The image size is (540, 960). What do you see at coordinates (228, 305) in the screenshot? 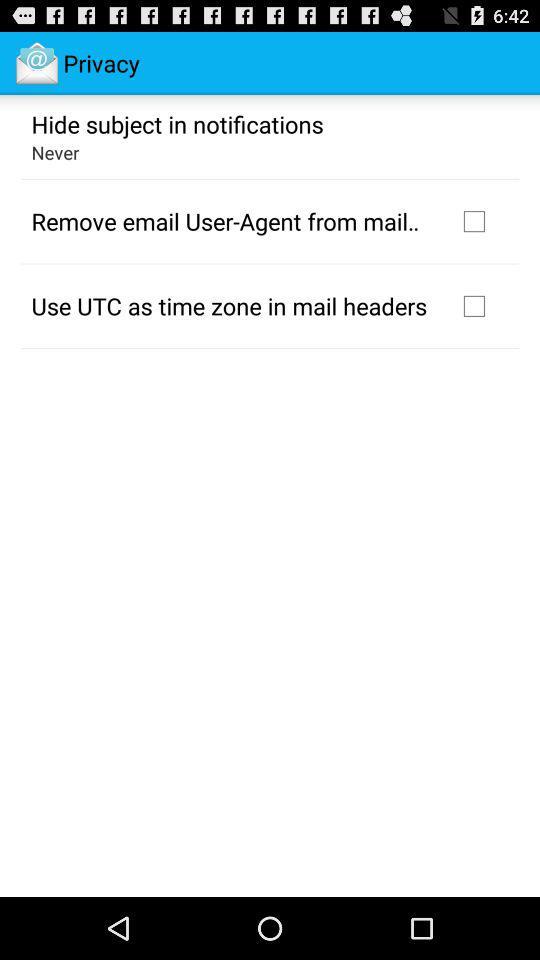
I see `the use utc as item` at bounding box center [228, 305].